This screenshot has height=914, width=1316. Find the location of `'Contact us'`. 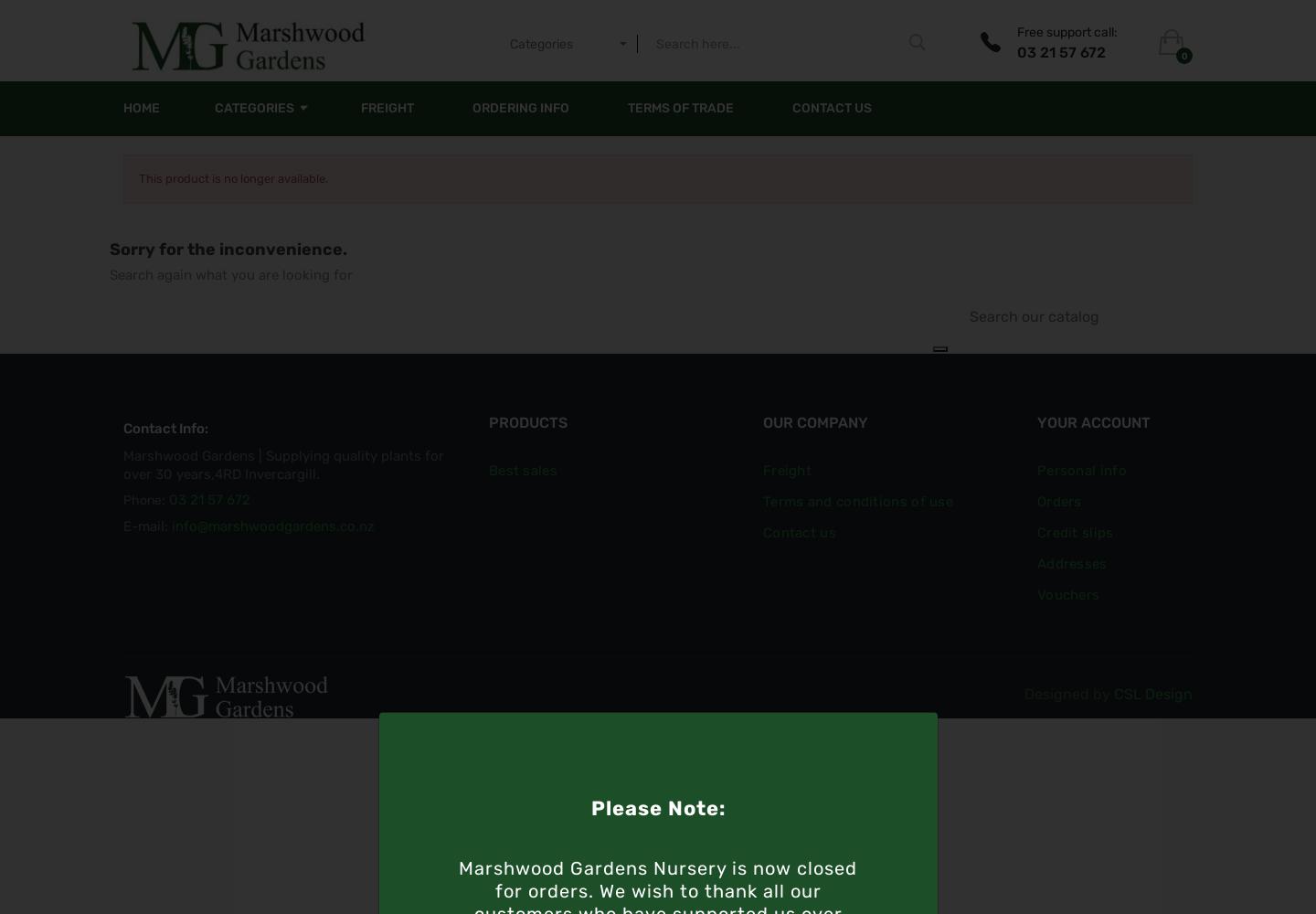

'Contact us' is located at coordinates (762, 532).